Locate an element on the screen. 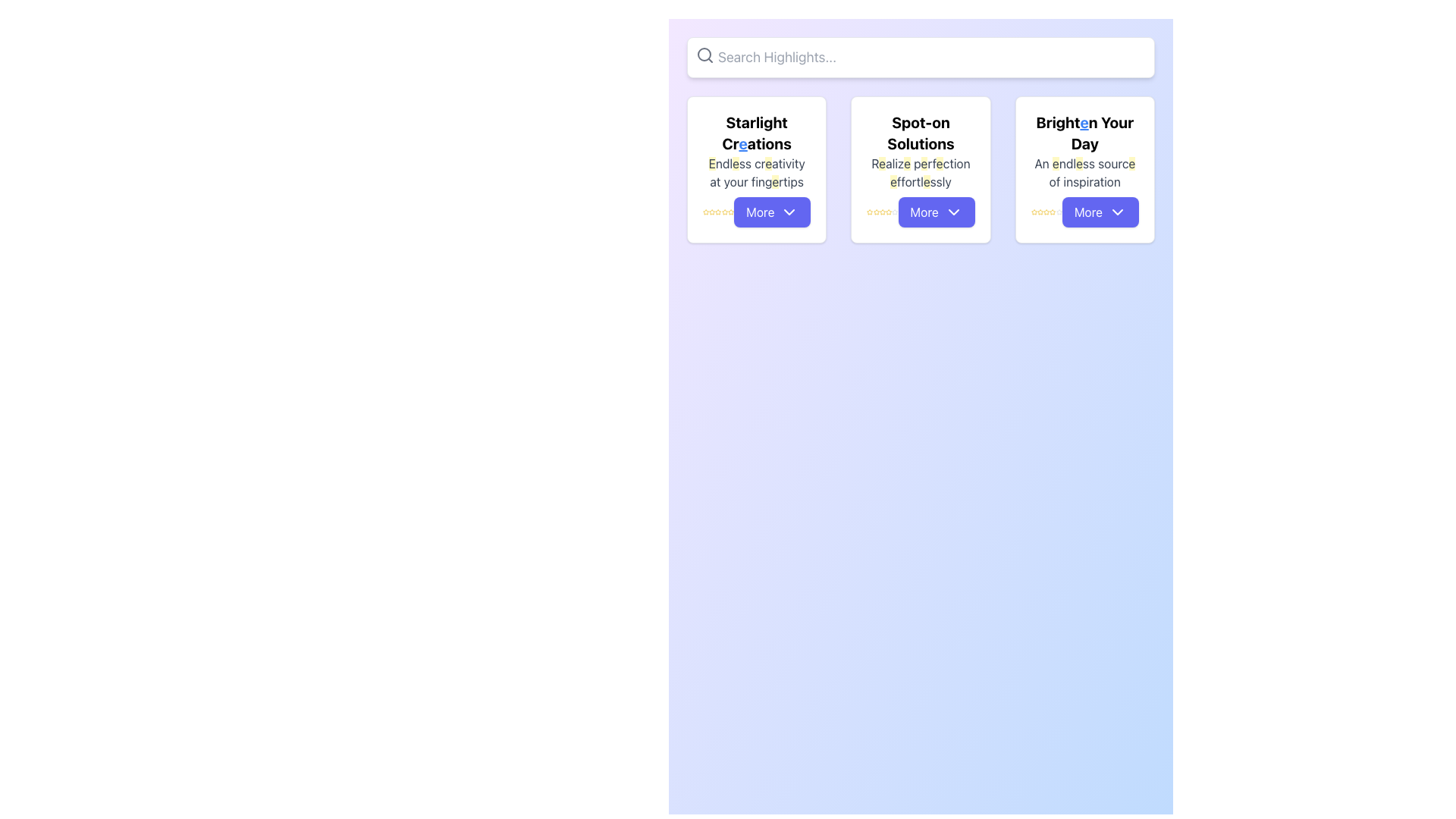 This screenshot has height=819, width=1456. the text character 'e' with a yellow background, which is part of the text block 'Realize perfection effortlessly' in the second card titled 'Spot-on Solutions' is located at coordinates (893, 180).